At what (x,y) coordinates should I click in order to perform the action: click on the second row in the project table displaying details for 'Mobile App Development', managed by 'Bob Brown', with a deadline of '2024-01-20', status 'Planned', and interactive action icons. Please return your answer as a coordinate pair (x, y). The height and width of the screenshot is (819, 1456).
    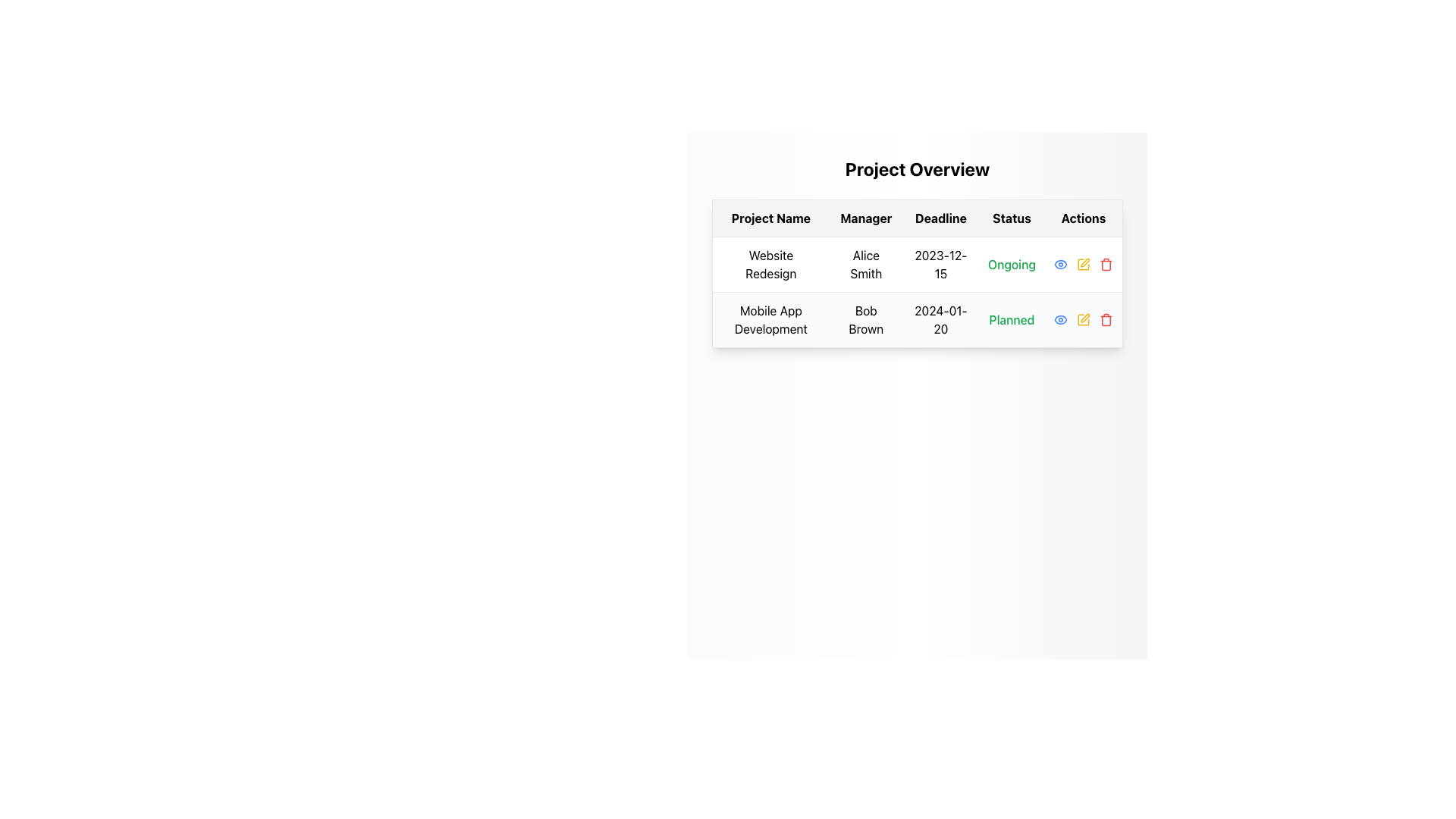
    Looking at the image, I should click on (916, 318).